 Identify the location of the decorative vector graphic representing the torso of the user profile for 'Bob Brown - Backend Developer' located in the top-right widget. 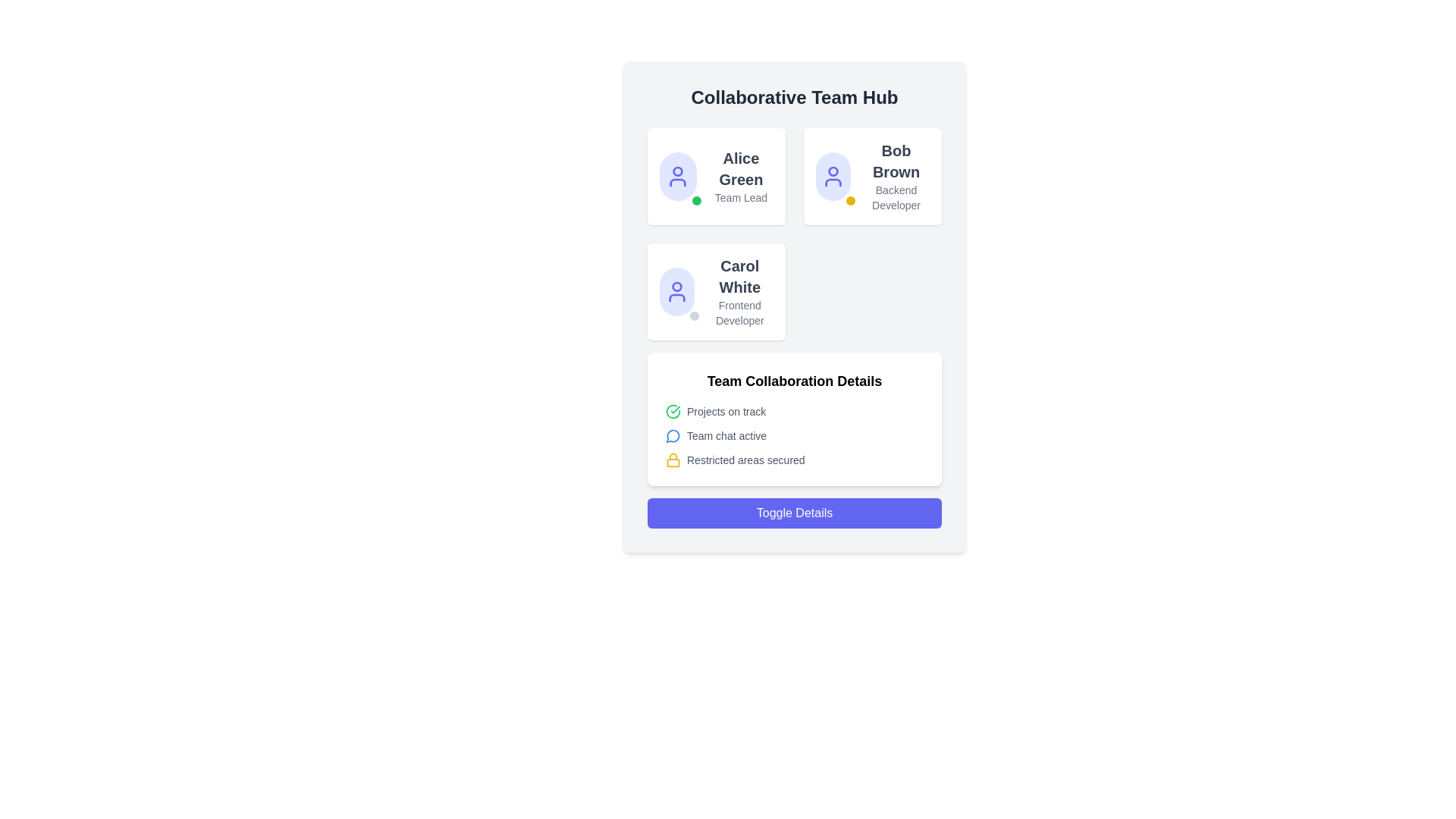
(833, 181).